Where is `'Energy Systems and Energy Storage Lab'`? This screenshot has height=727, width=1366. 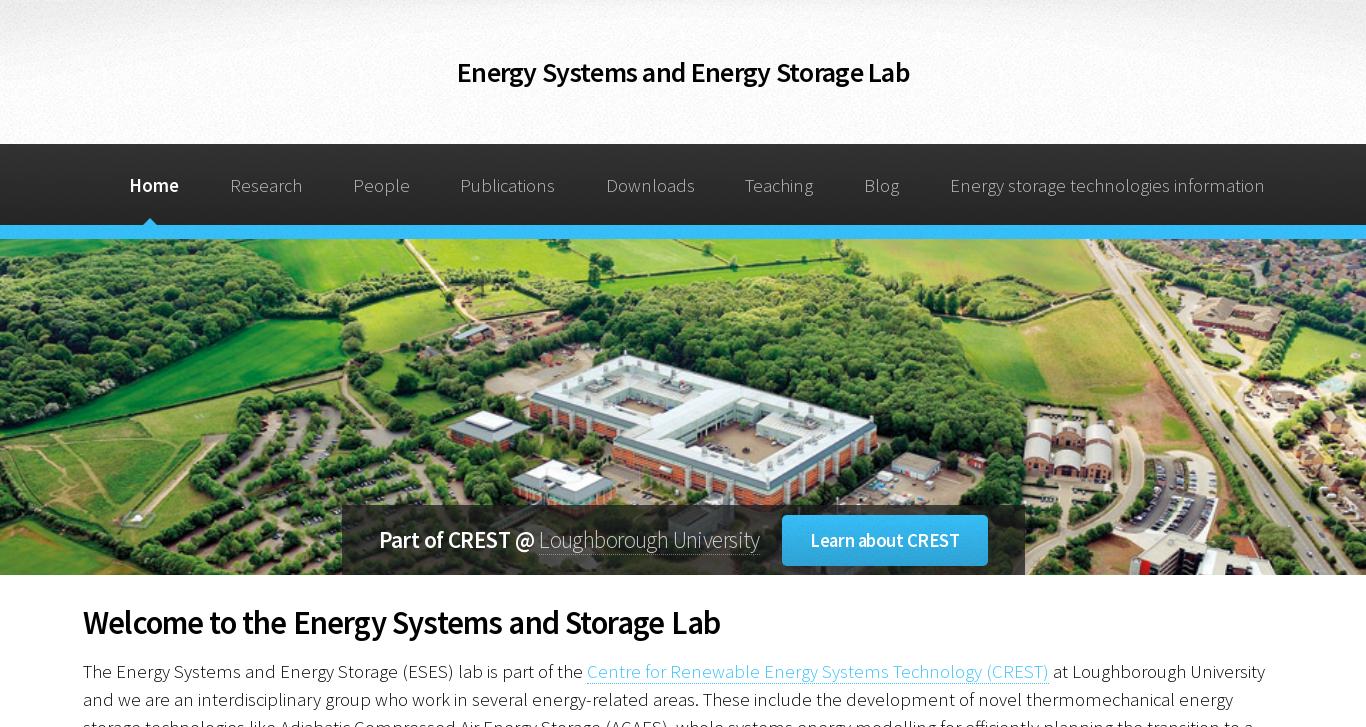
'Energy Systems and Energy Storage Lab' is located at coordinates (681, 71).